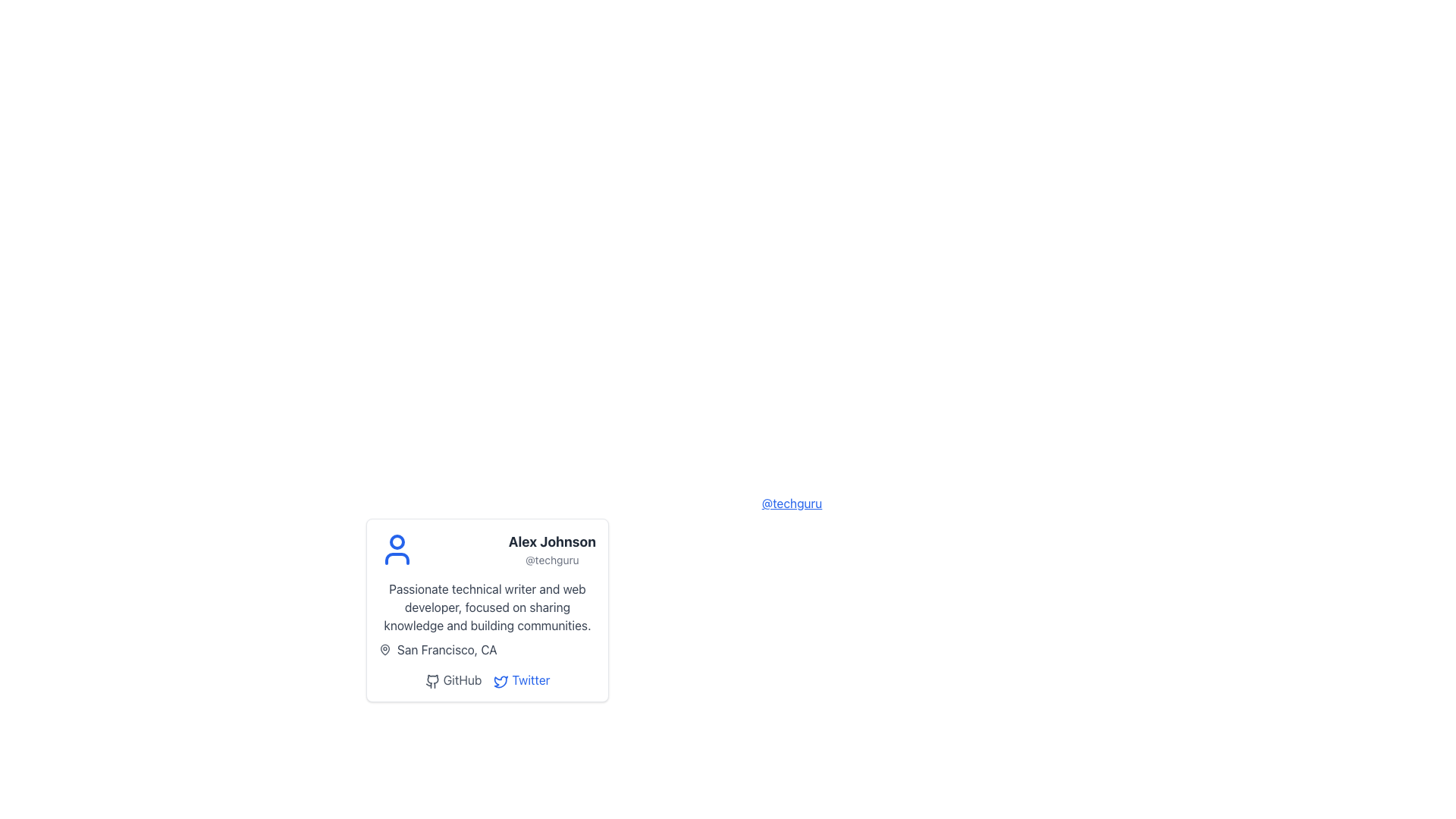 This screenshot has width=1456, height=819. I want to click on text information from the Text content block with a subheading located in the user profile card, which includes the heading 'Passionate technical writer and web developer, focused on sharing knowledge and building communities.' and the subheading 'San Francisco, CA', so click(488, 620).